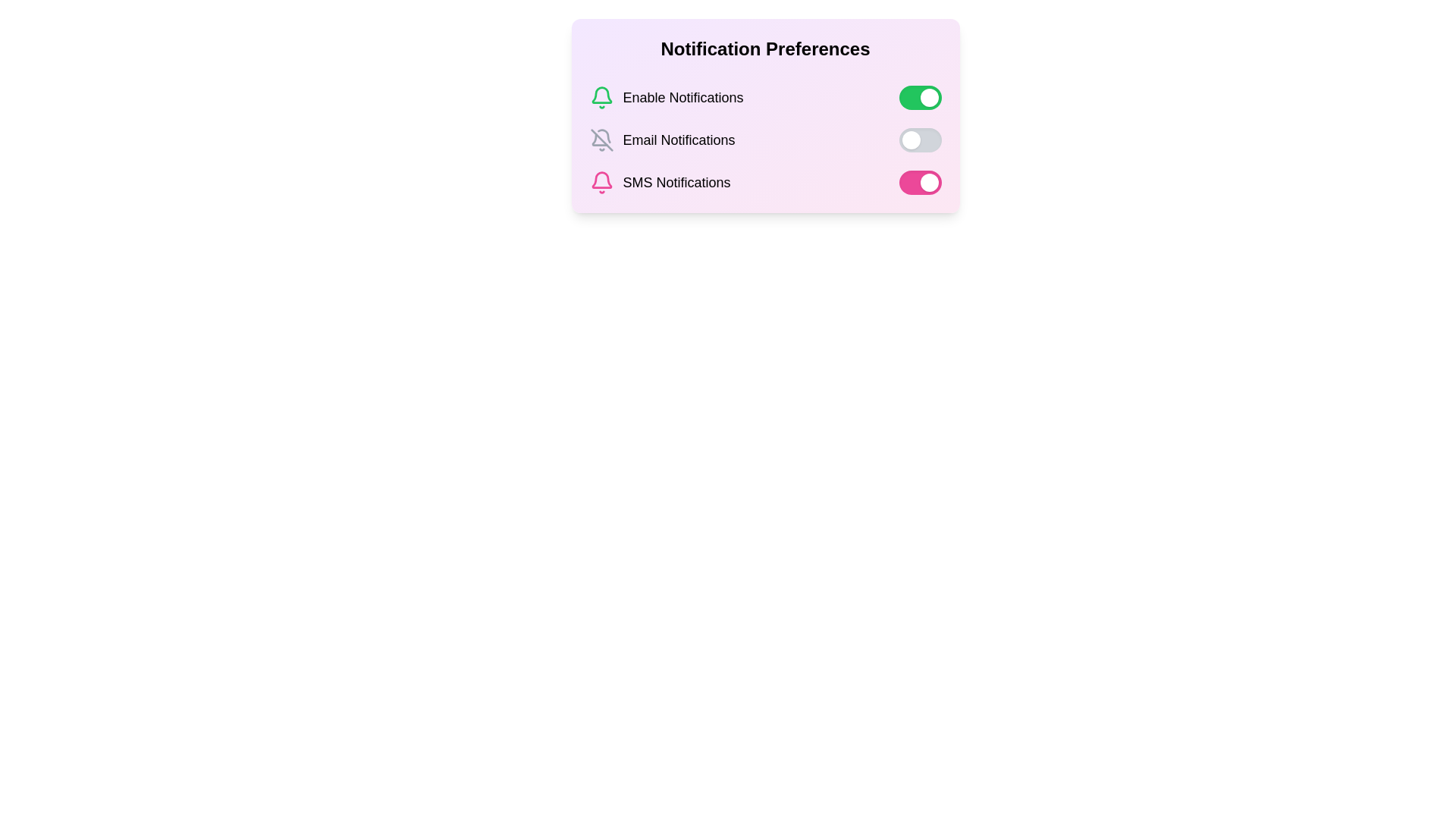  I want to click on the 'notifications off' icon located to the left of the 'Email Notifications' text label in the Notification Preferences section, so click(601, 140).